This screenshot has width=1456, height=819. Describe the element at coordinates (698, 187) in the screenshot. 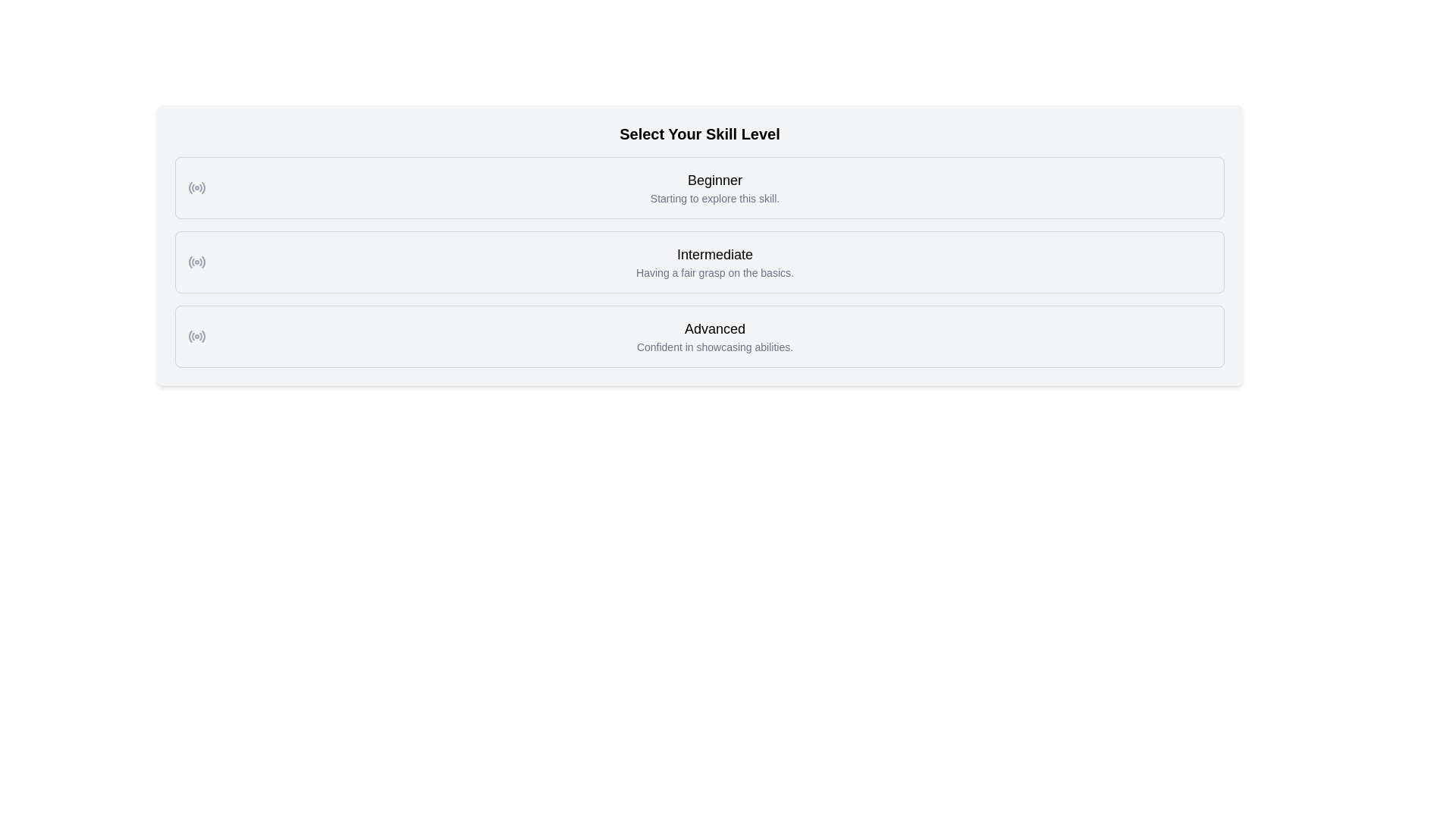

I see `the first selectable button in the skill level selection interface` at that location.